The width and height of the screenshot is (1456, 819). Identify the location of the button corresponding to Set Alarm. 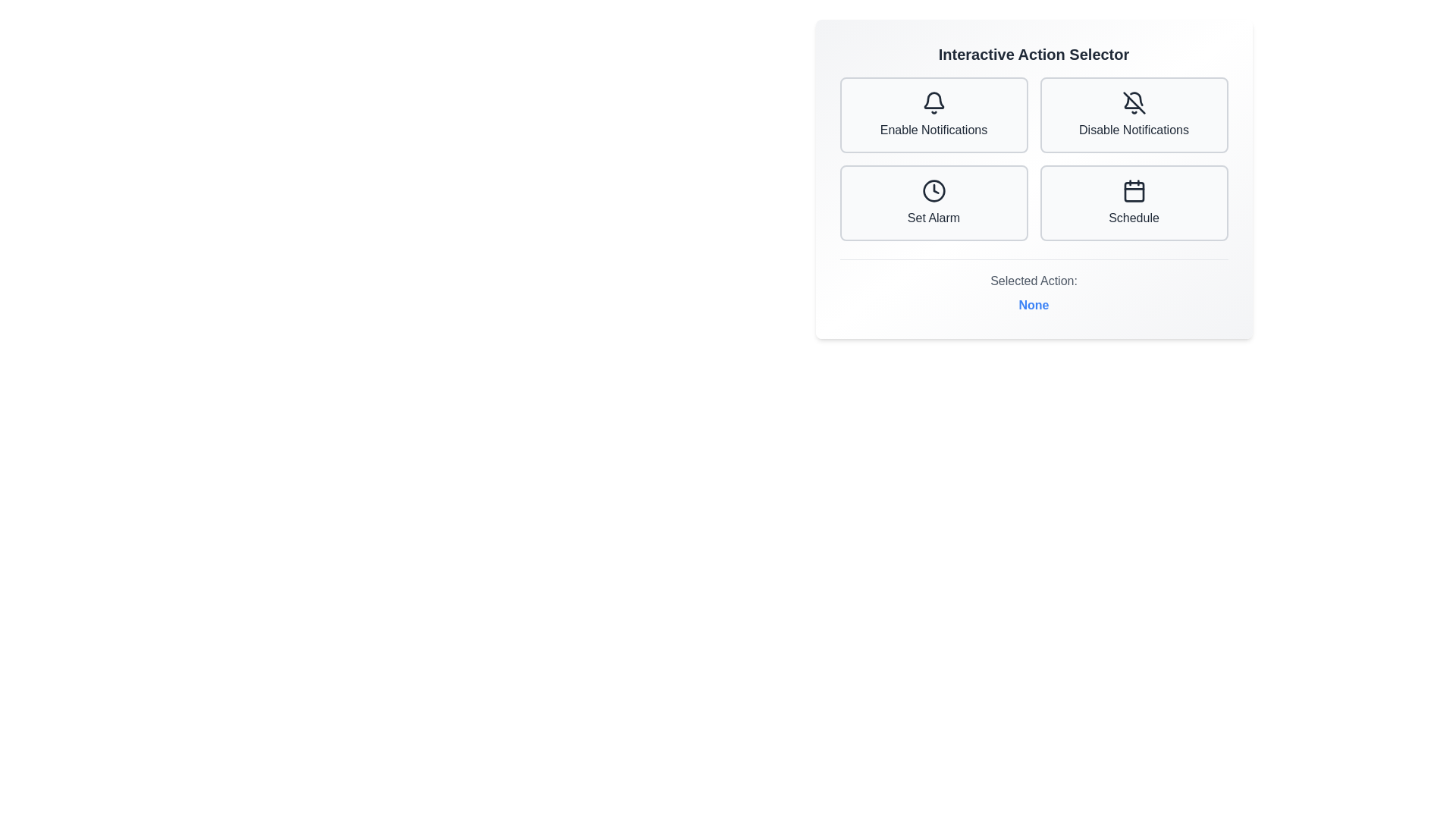
(933, 202).